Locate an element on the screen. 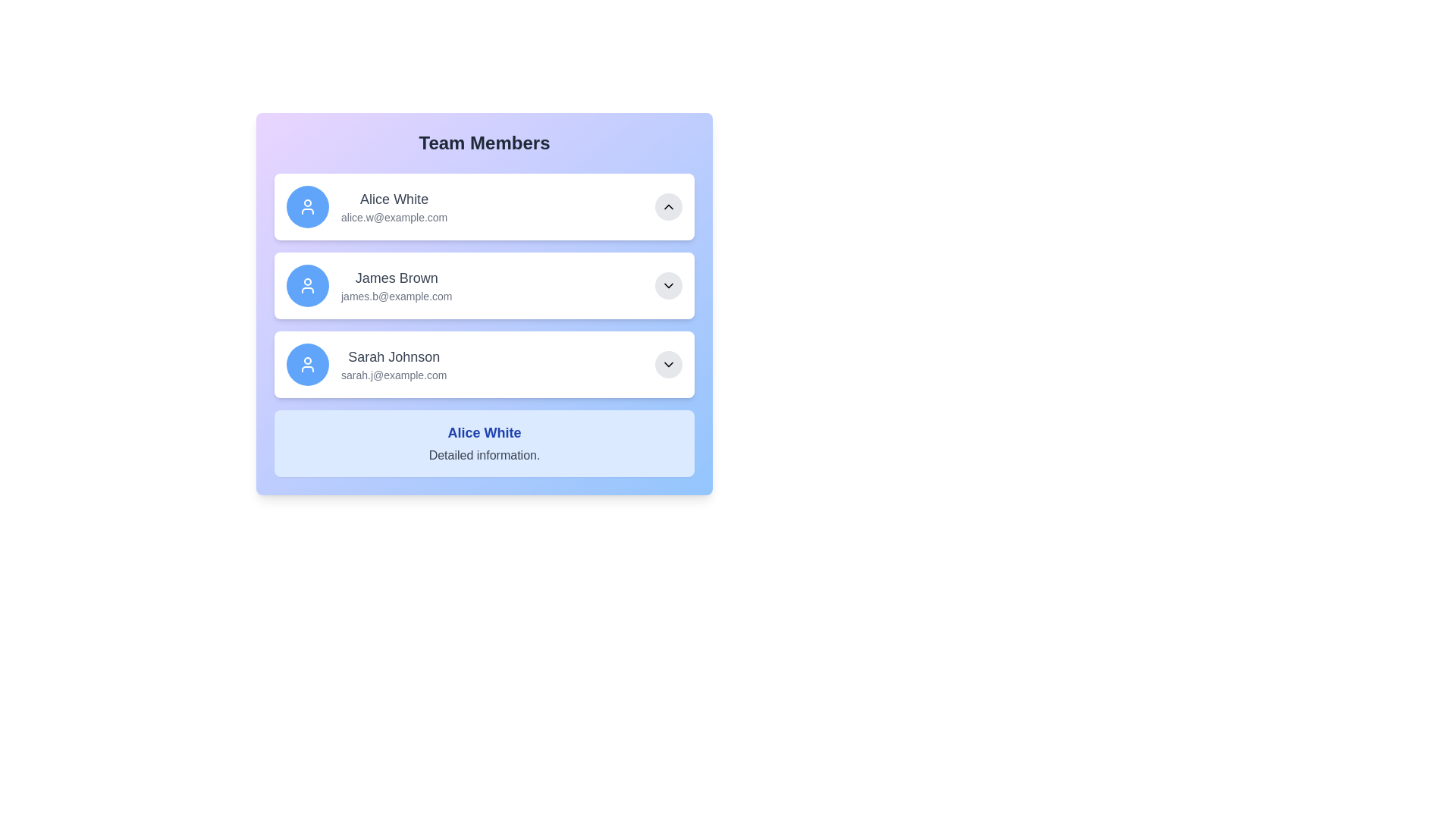  the user avatar icon representing 'James Brown' in the 'Team Members' list, which is styled with a blue background and white strokes is located at coordinates (307, 286).